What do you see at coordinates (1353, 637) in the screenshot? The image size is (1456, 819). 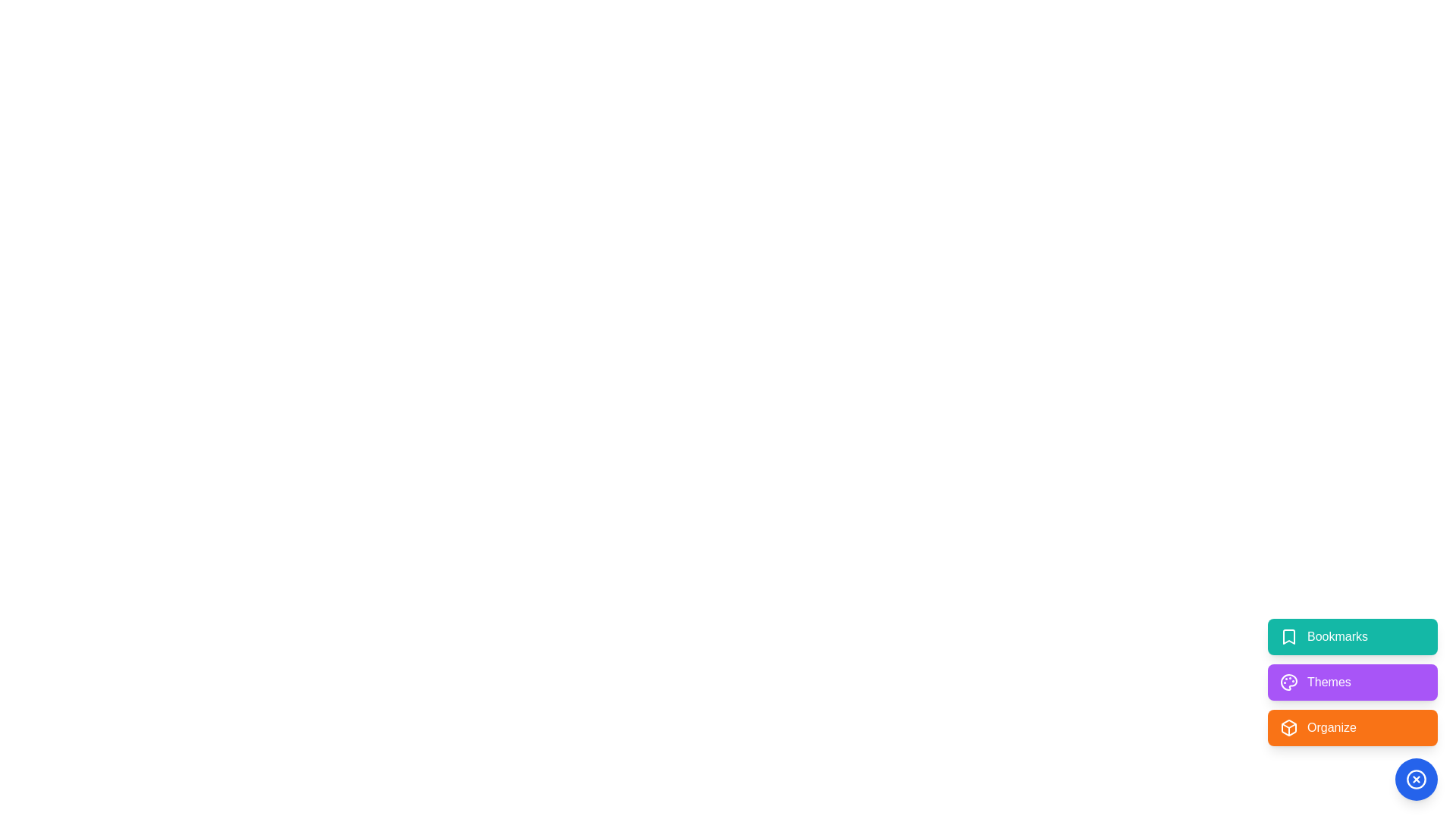 I see `the 'Bookmarks' button to perform the associated action` at bounding box center [1353, 637].